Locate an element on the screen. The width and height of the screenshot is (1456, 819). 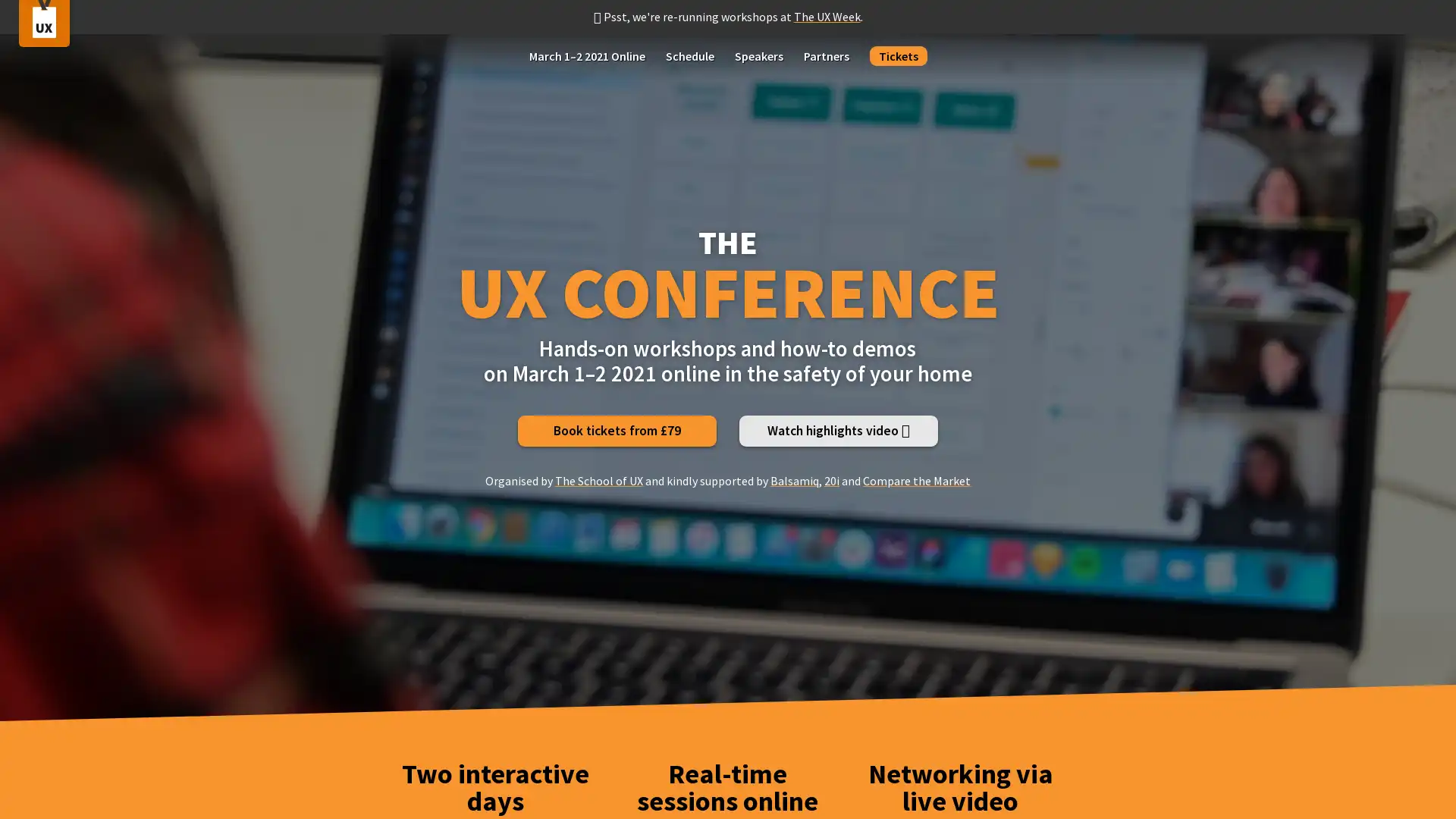
Book tickets from 79 is located at coordinates (617, 430).